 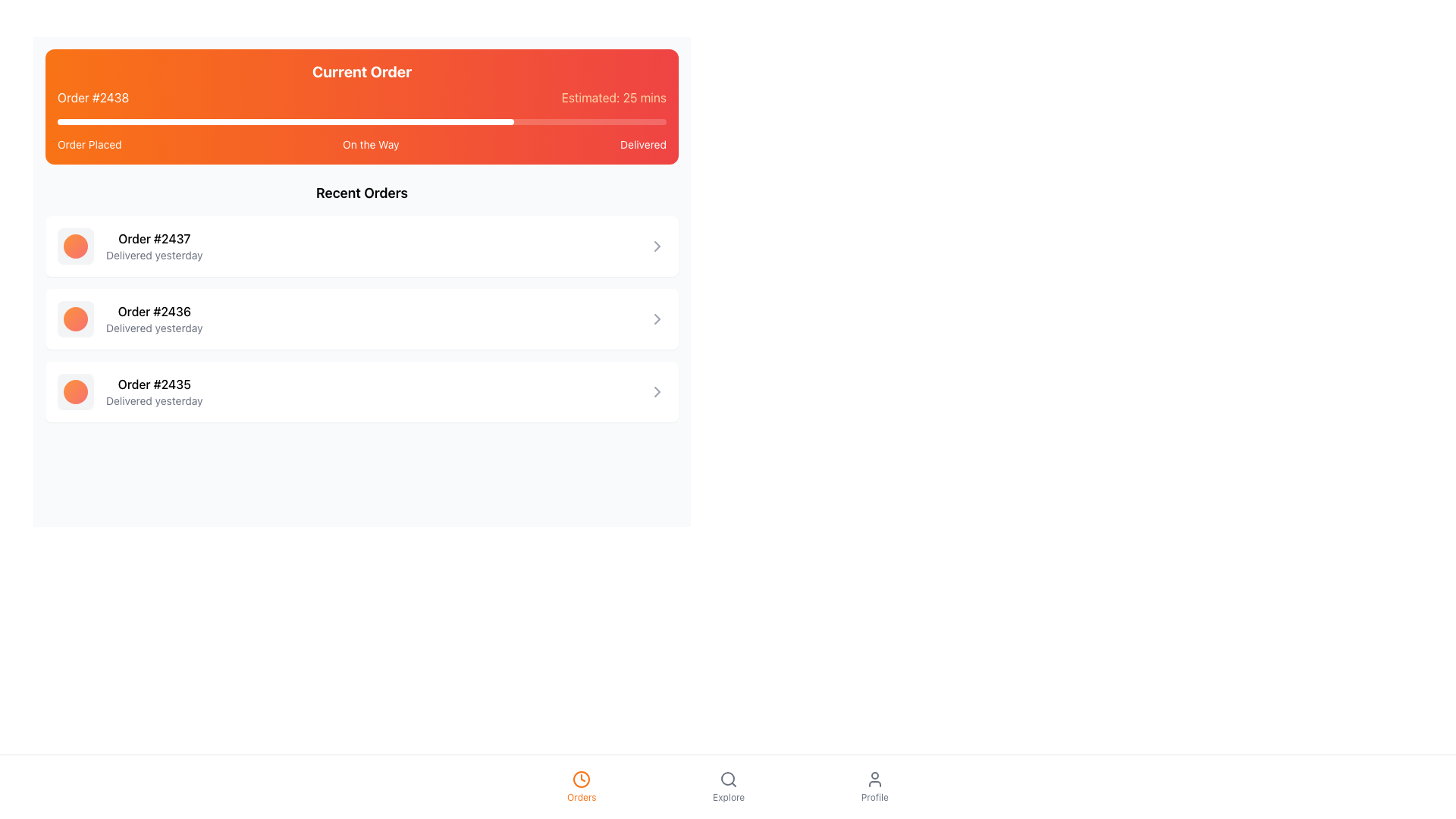 What do you see at coordinates (361, 72) in the screenshot?
I see `the bold text label displaying 'Current Order' with a vibrant gradient background, located at the top of the current order's status section` at bounding box center [361, 72].